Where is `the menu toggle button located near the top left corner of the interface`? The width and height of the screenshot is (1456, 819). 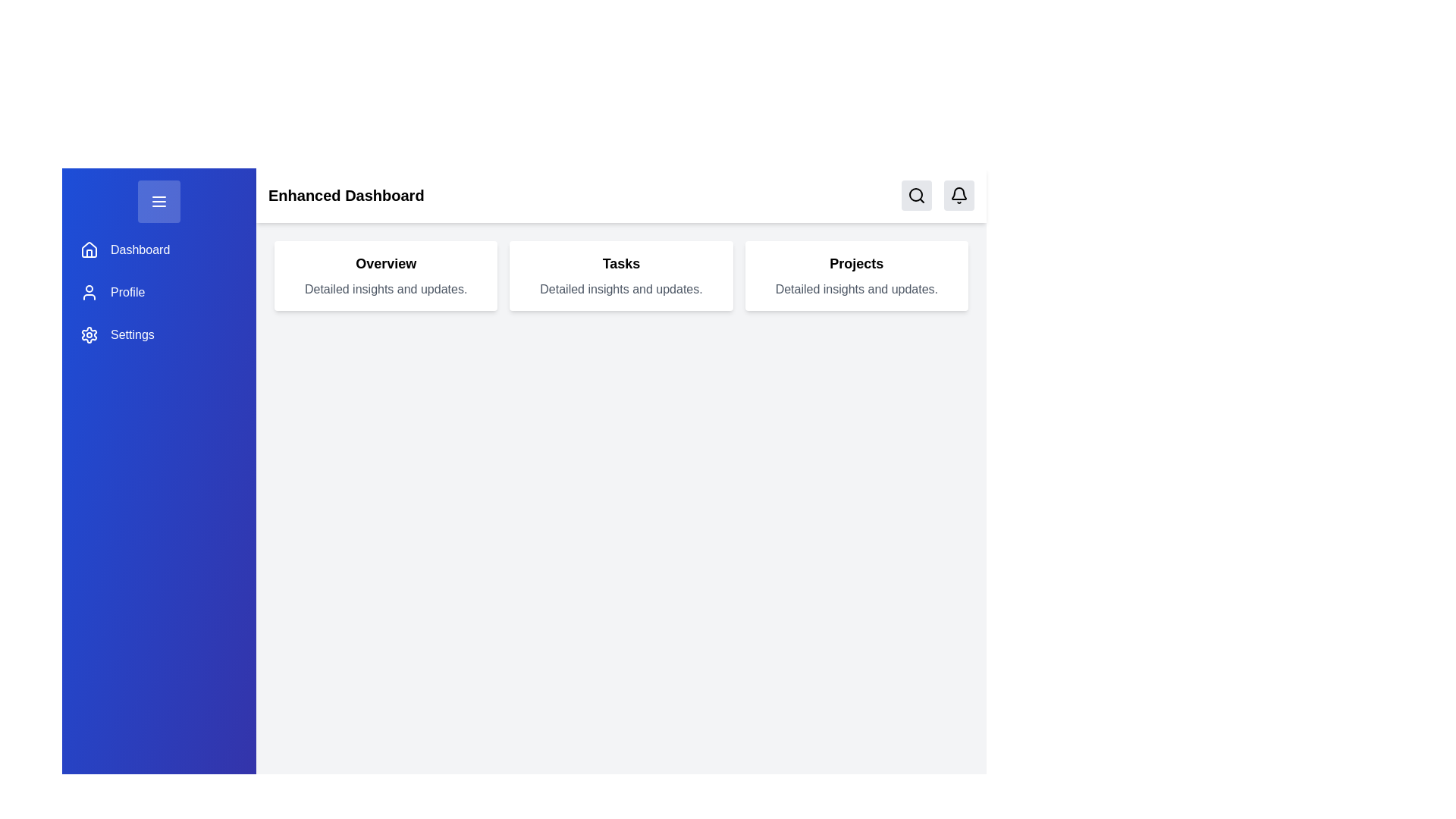
the menu toggle button located near the top left corner of the interface is located at coordinates (159, 201).